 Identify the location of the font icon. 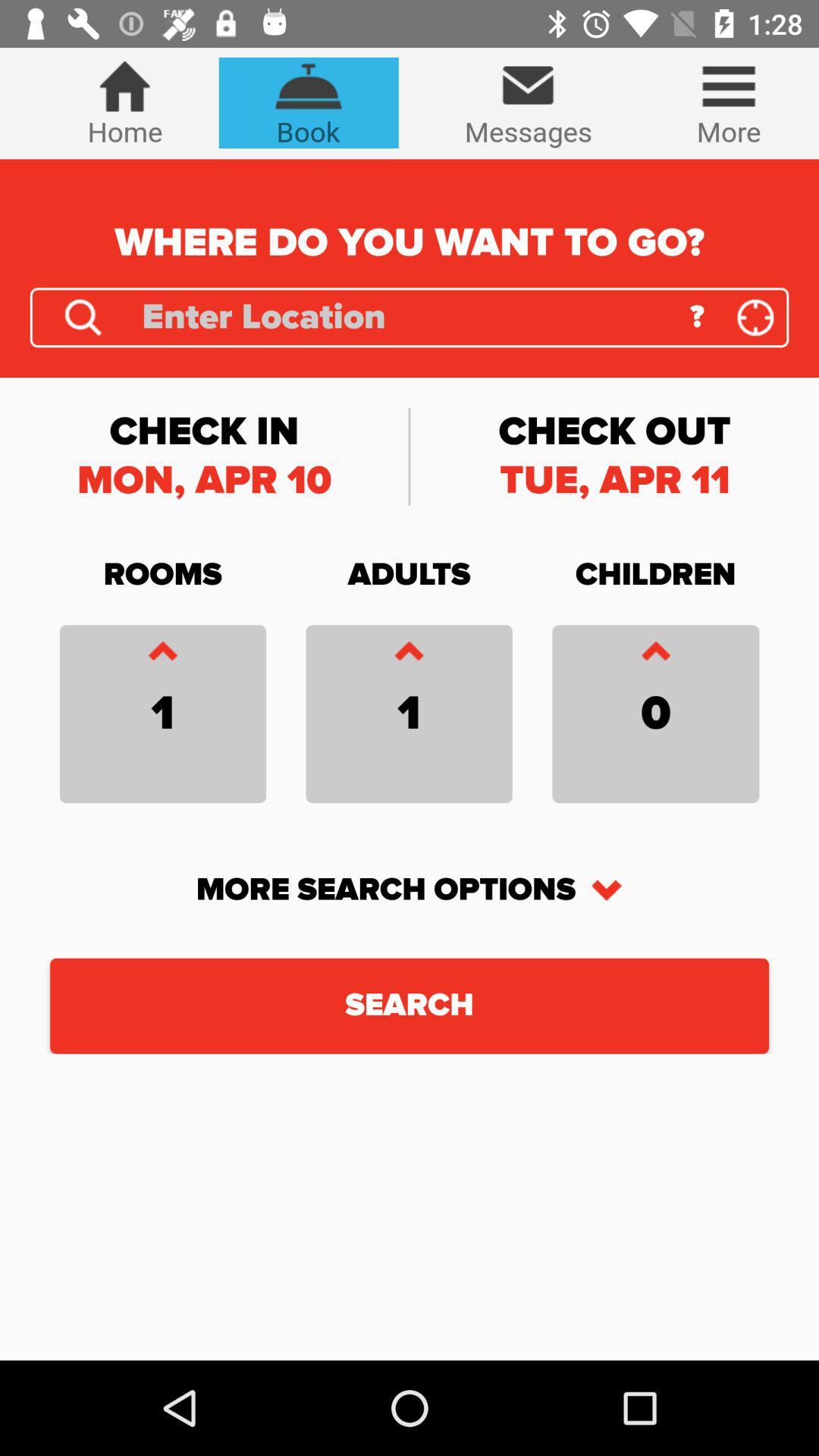
(654, 654).